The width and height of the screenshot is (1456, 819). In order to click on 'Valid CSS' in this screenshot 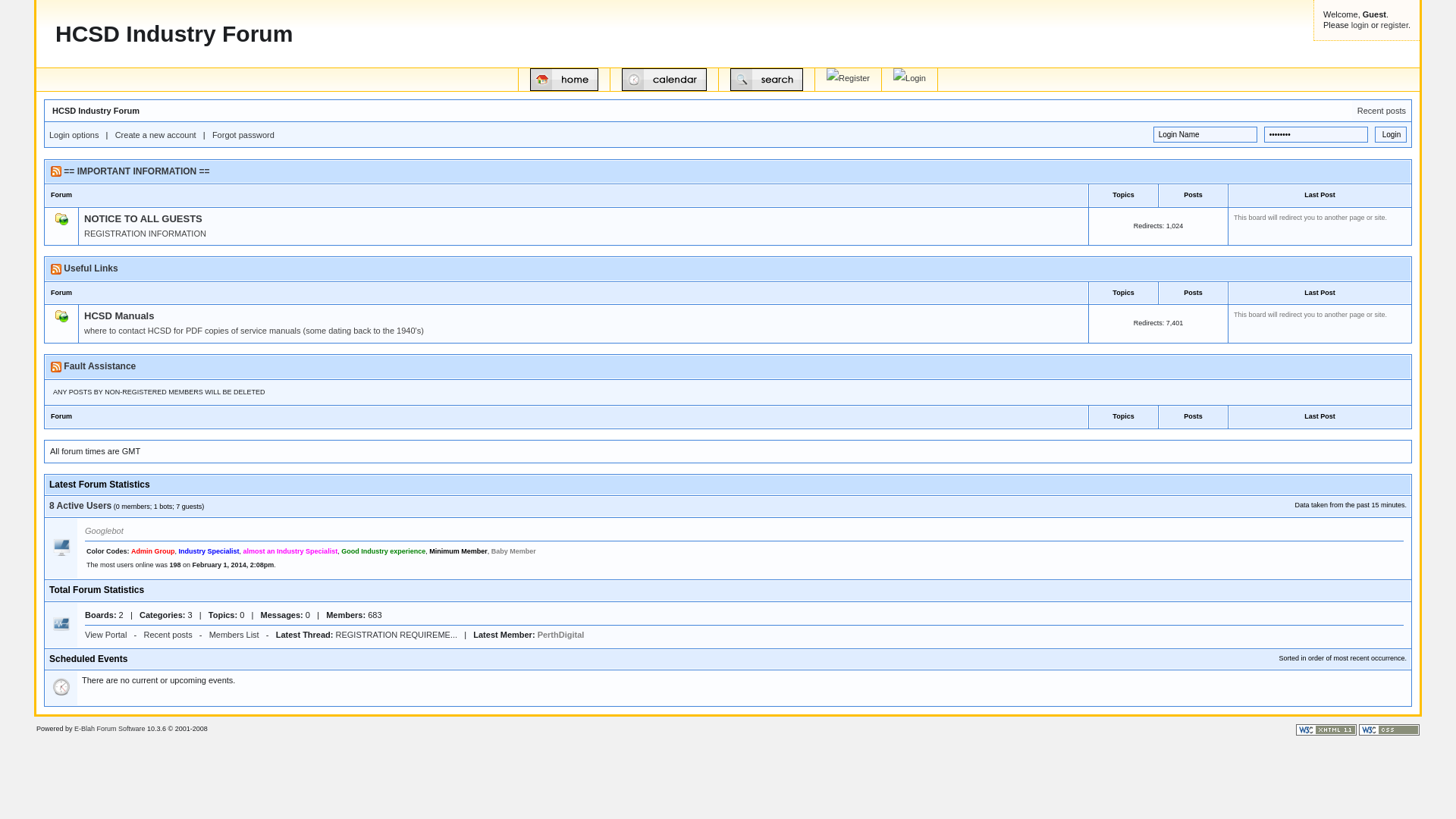, I will do `click(1358, 729)`.